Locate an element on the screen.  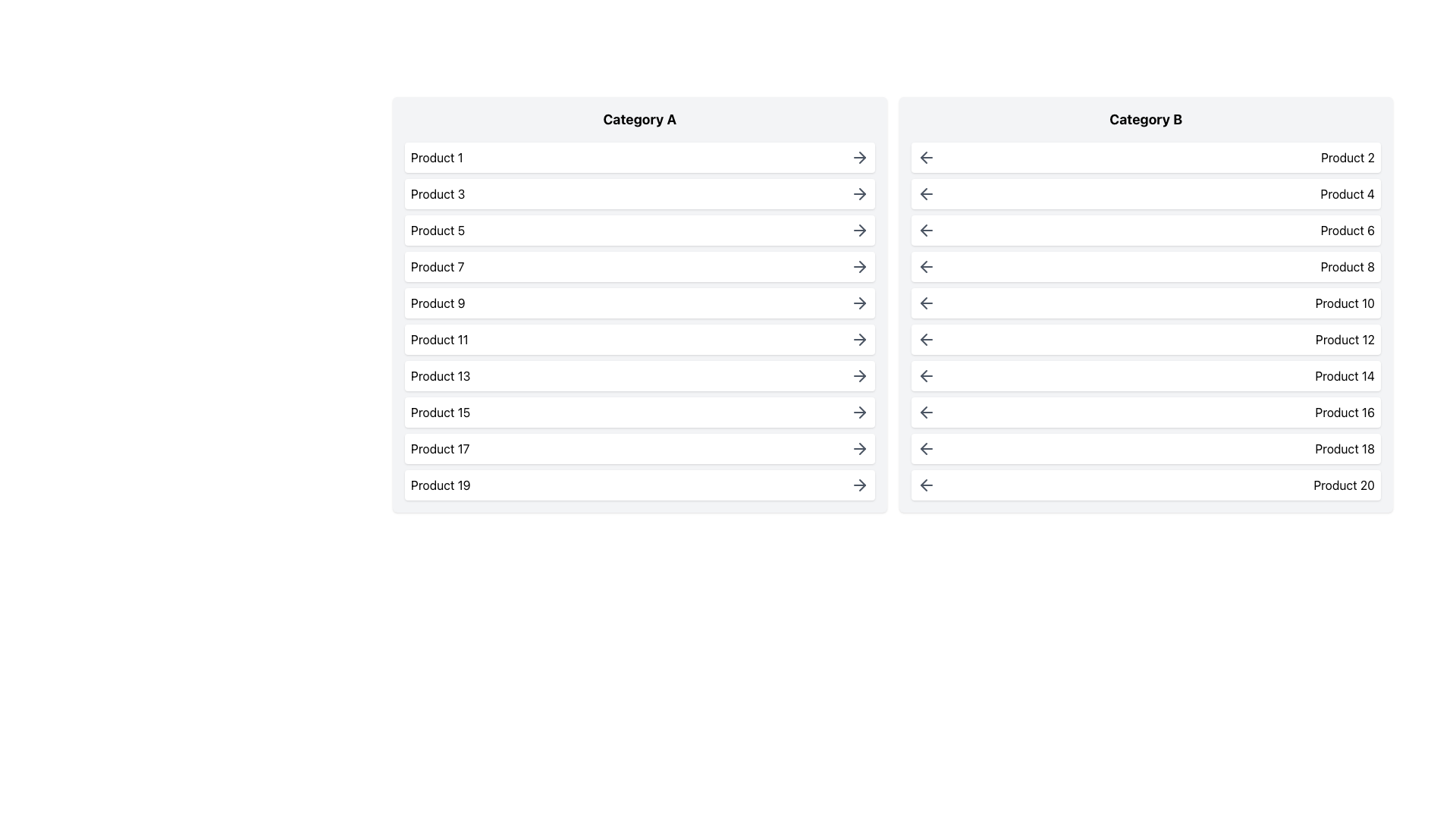
the text label reading 'Product 2' located at the top of the right-hand column in the 'Category B' section is located at coordinates (1348, 158).